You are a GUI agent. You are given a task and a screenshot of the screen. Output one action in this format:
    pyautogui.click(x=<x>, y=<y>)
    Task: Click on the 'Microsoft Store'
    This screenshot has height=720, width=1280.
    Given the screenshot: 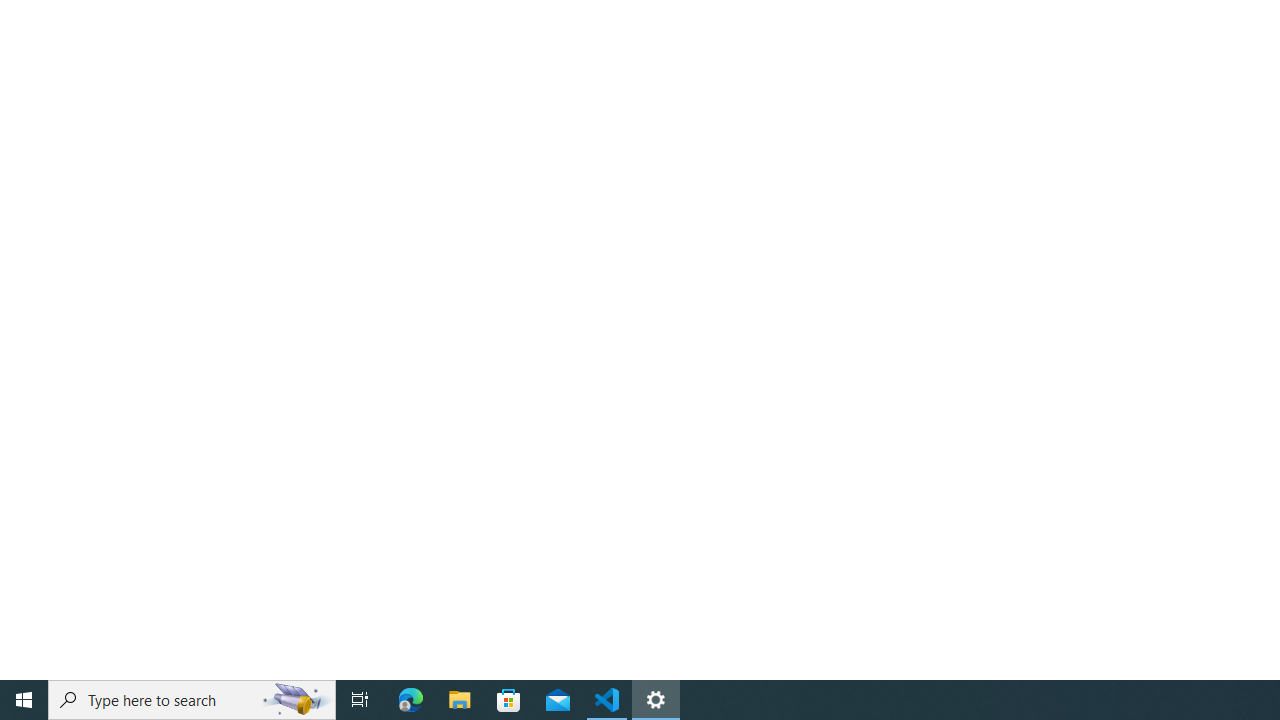 What is the action you would take?
    pyautogui.click(x=509, y=698)
    